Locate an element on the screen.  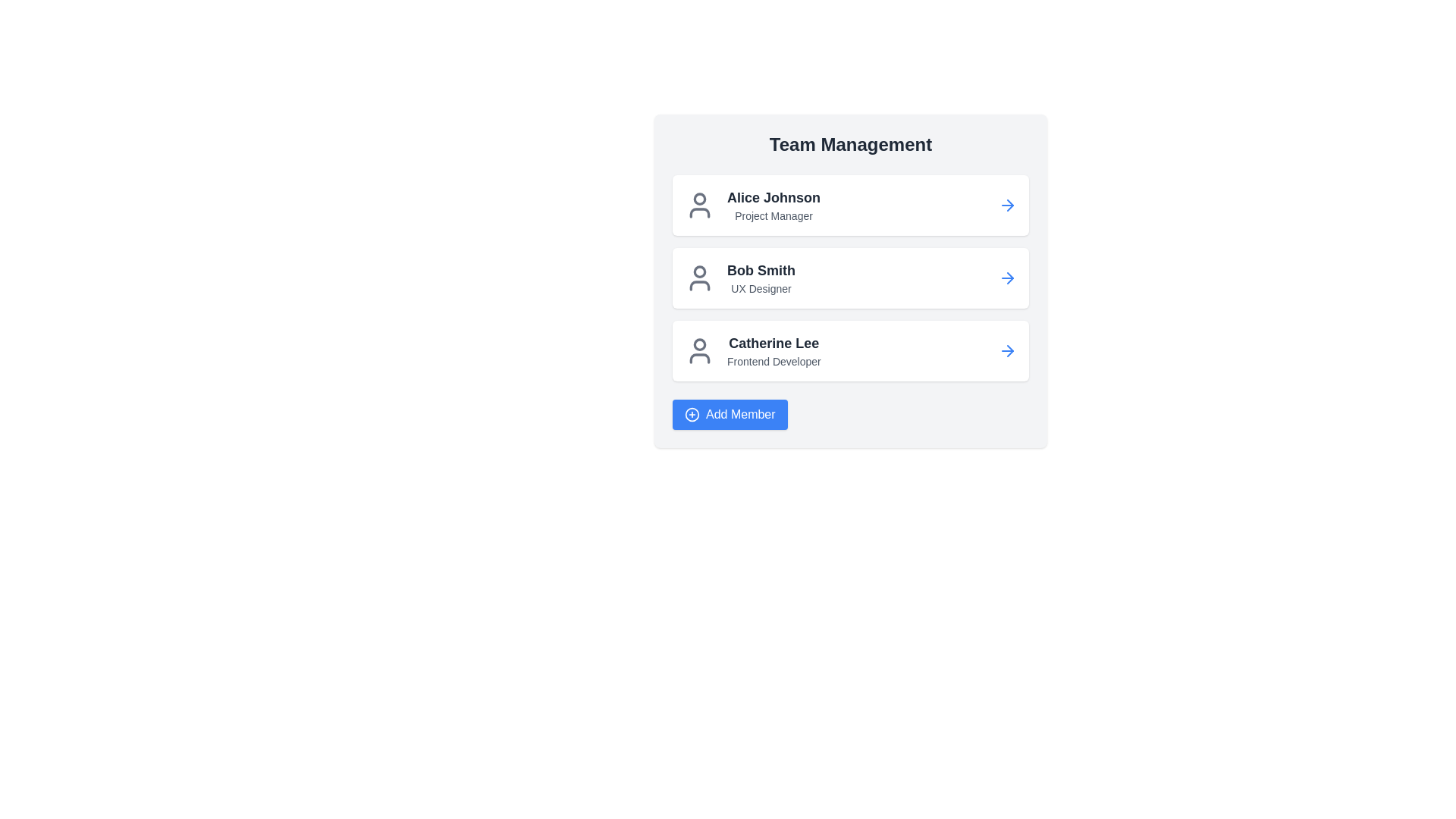
the icon within the 'Add Member' button, which is a rounded blue button located towards the bottom section of the card interface is located at coordinates (691, 415).